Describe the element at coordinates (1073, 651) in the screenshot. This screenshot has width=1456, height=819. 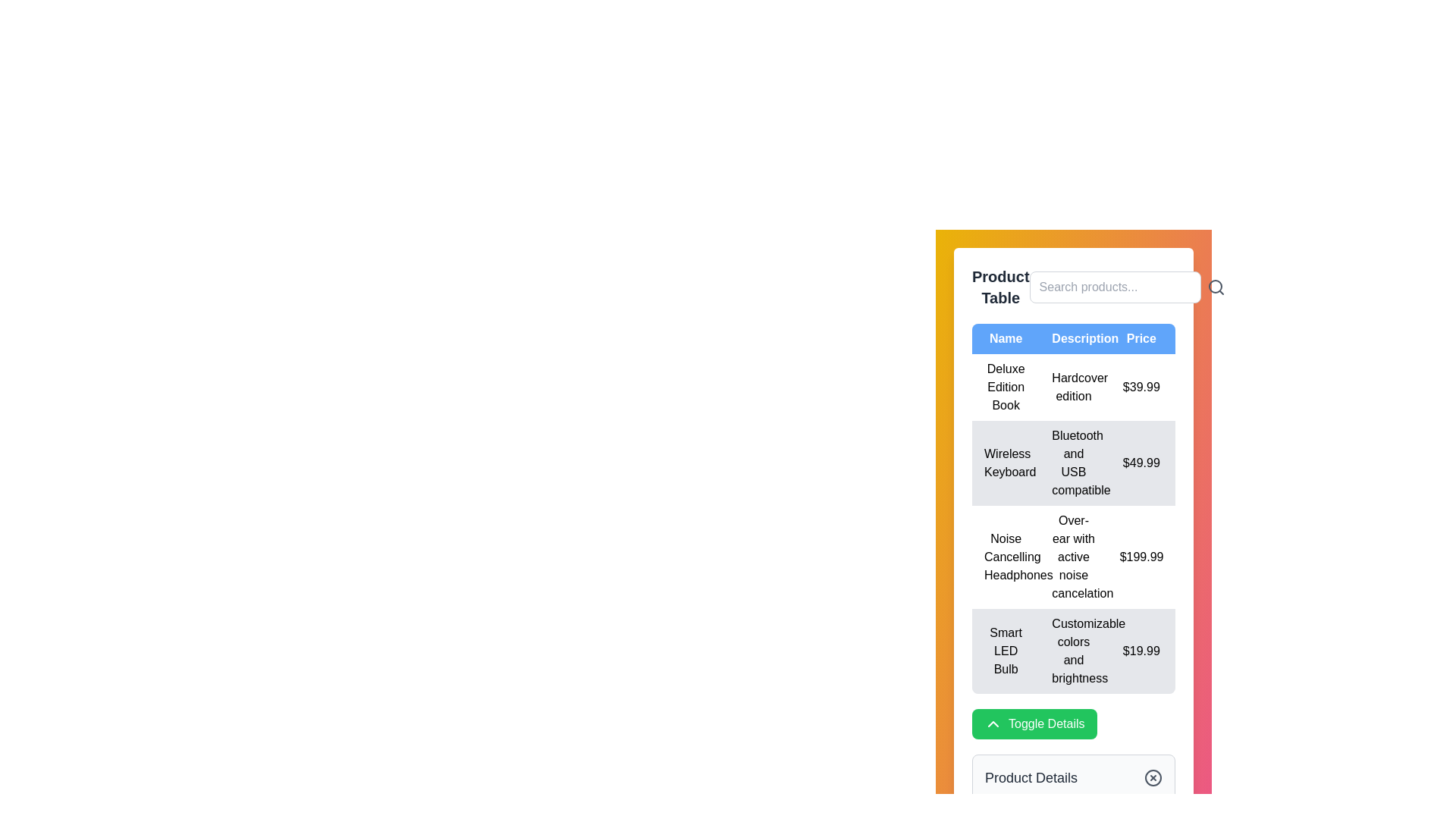
I see `the fourth row in the product information table for the 'Smart LED Bulb'` at that location.